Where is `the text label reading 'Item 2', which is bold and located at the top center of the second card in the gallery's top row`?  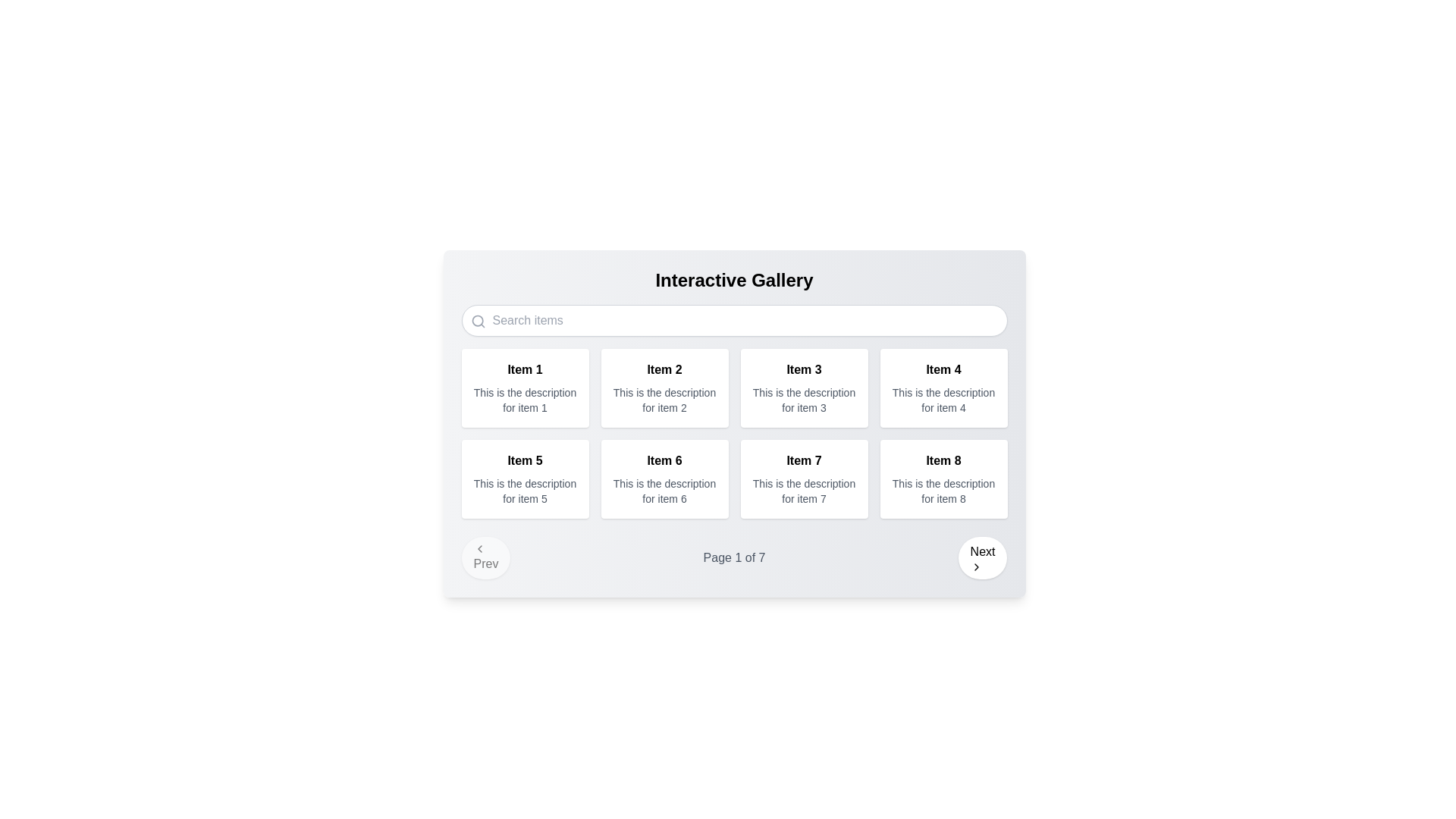 the text label reading 'Item 2', which is bold and located at the top center of the second card in the gallery's top row is located at coordinates (664, 370).